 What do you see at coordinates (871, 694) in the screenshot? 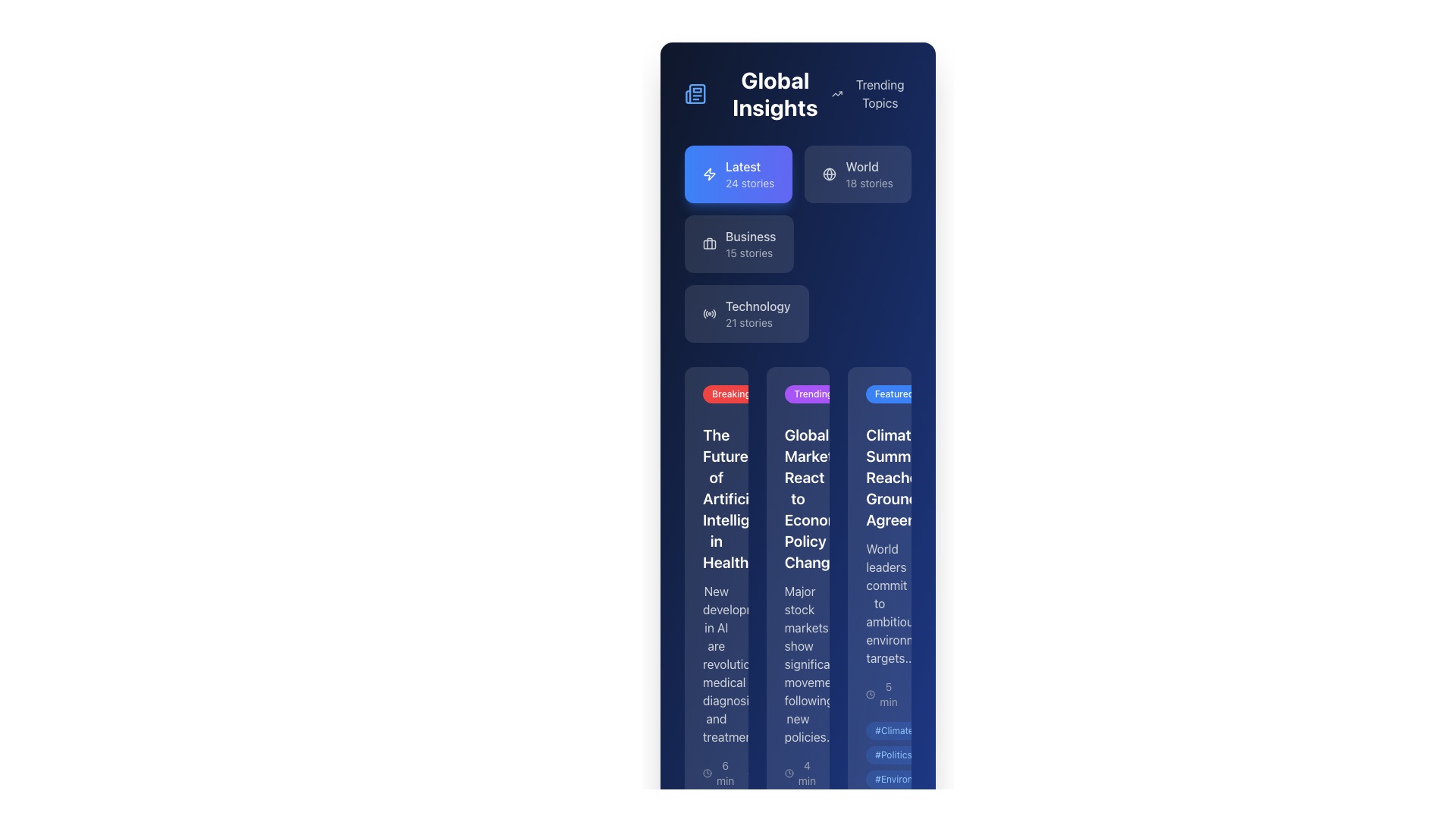
I see `the circular clock icon with a thin outline located to the left of the '5 min' label at the bottom of the news article card` at bounding box center [871, 694].